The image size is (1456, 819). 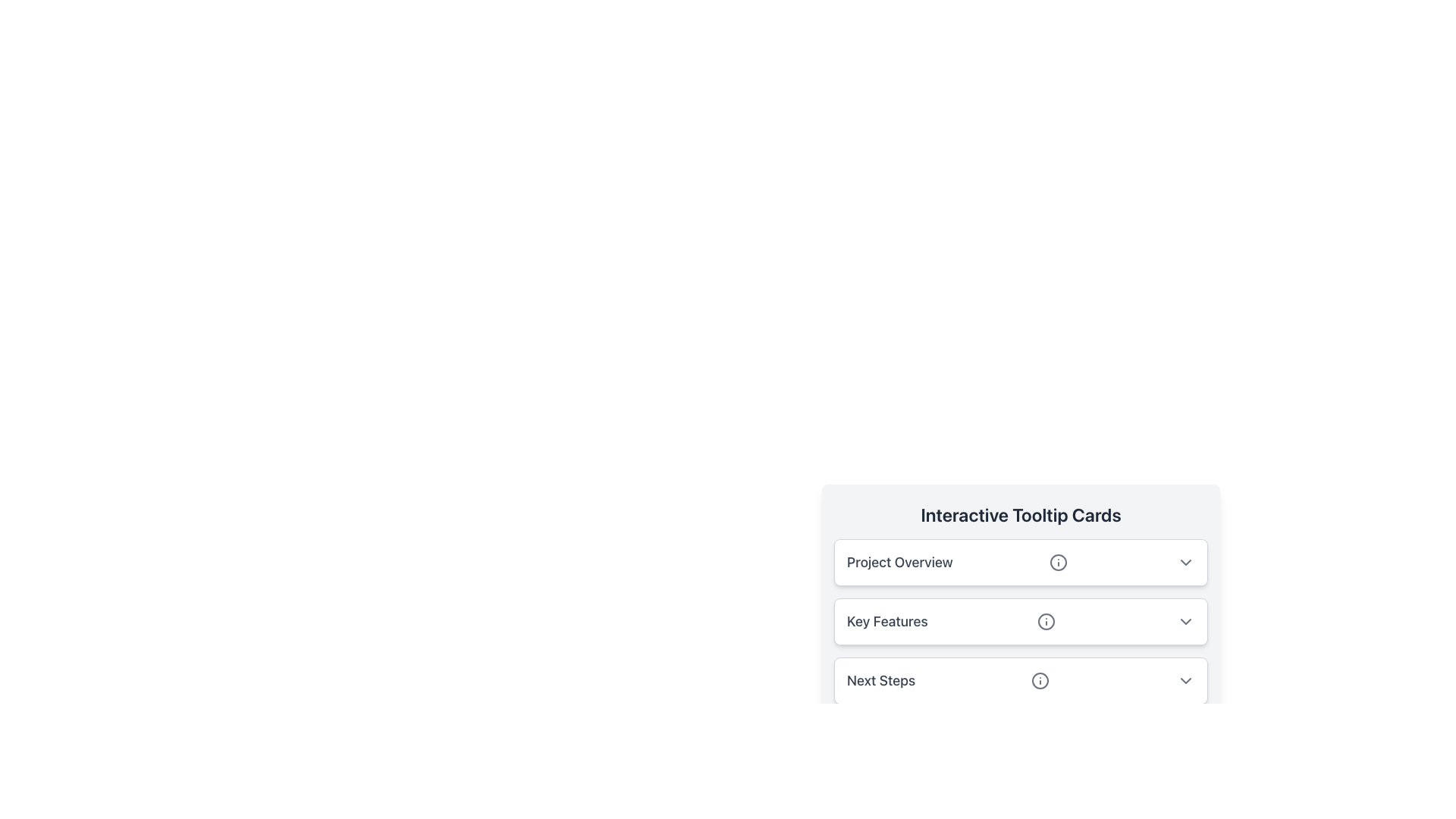 I want to click on the chevron button at the far right of the 'Project Overview' row, so click(x=1185, y=562).